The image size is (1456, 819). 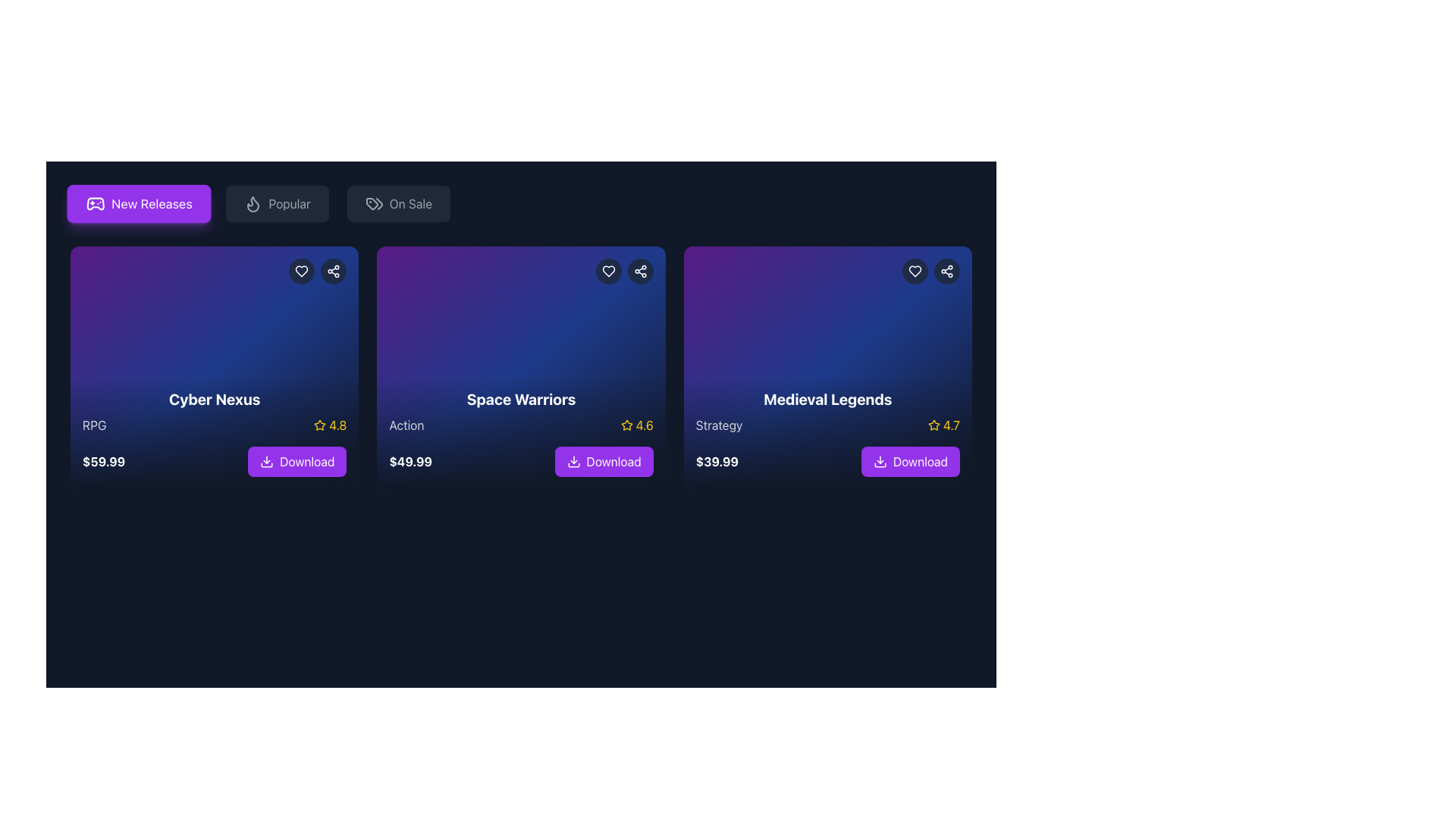 What do you see at coordinates (640, 271) in the screenshot?
I see `the share button located in the top-right corner of the 'Space Warriors' card, positioned directly to the right of the heart-shaped favorite icon` at bounding box center [640, 271].